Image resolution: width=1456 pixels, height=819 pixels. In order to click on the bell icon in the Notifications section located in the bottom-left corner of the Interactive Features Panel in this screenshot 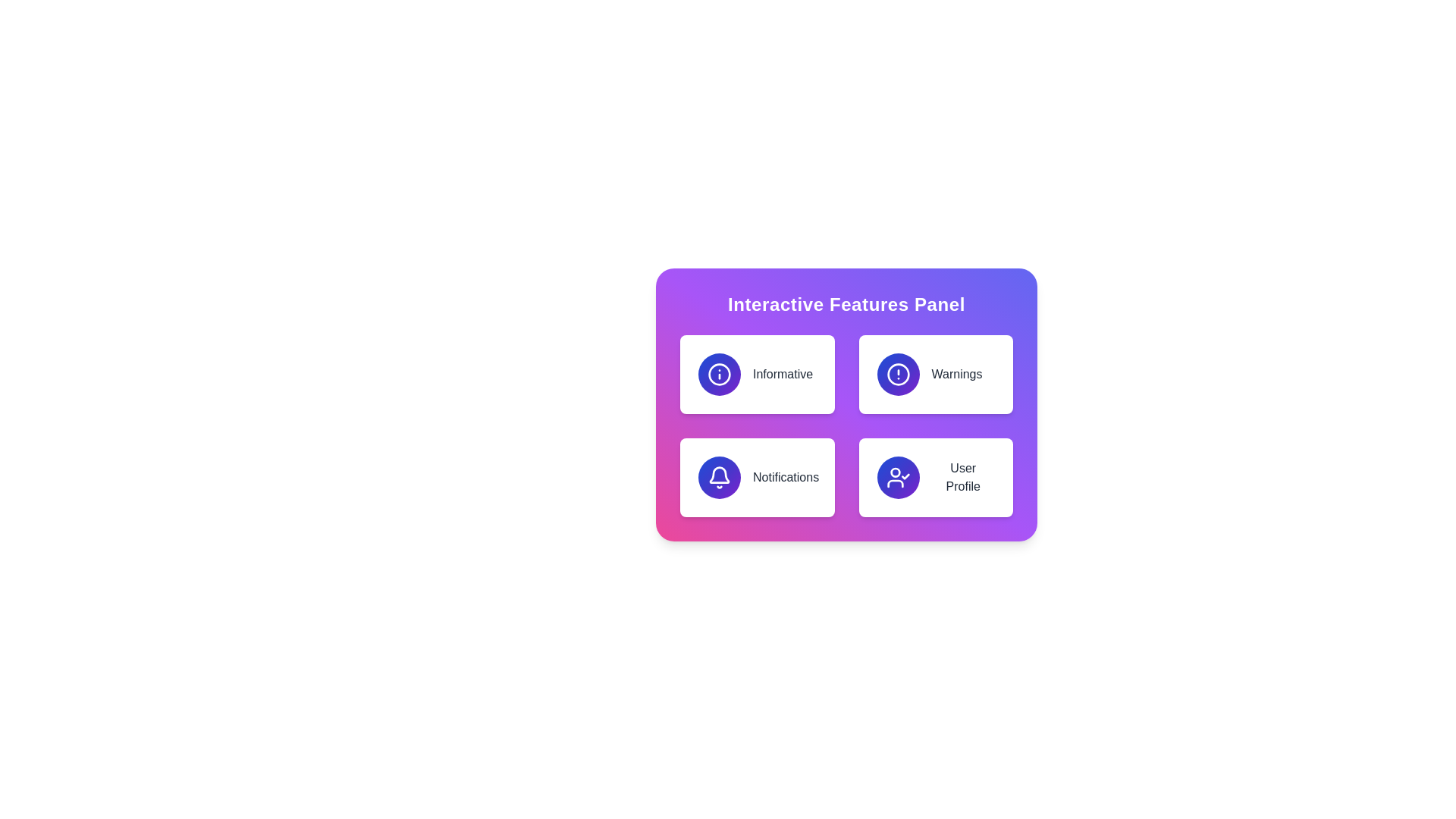, I will do `click(719, 474)`.